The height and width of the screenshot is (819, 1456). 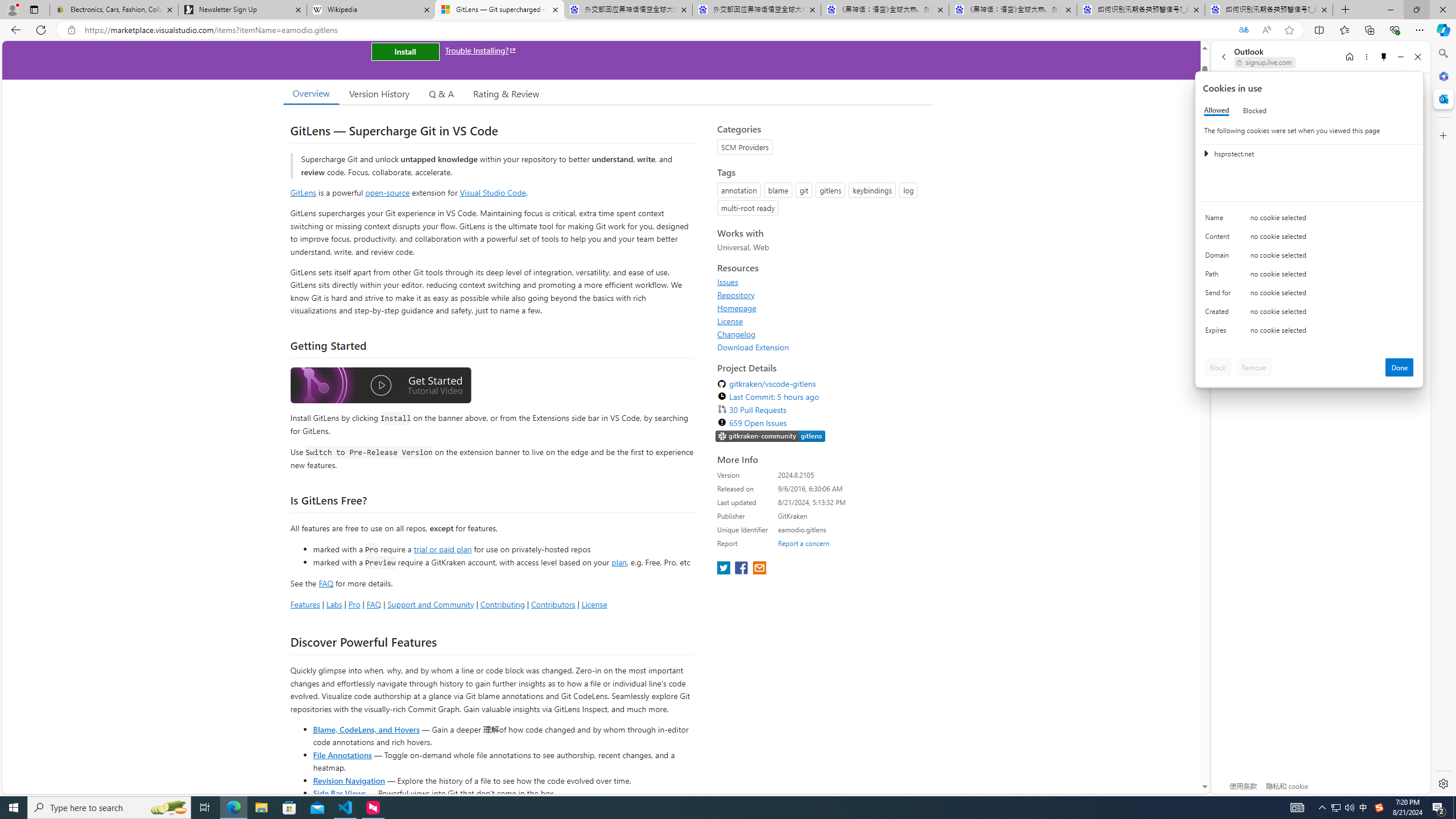 I want to click on 'Created', so click(x=1219, y=313).